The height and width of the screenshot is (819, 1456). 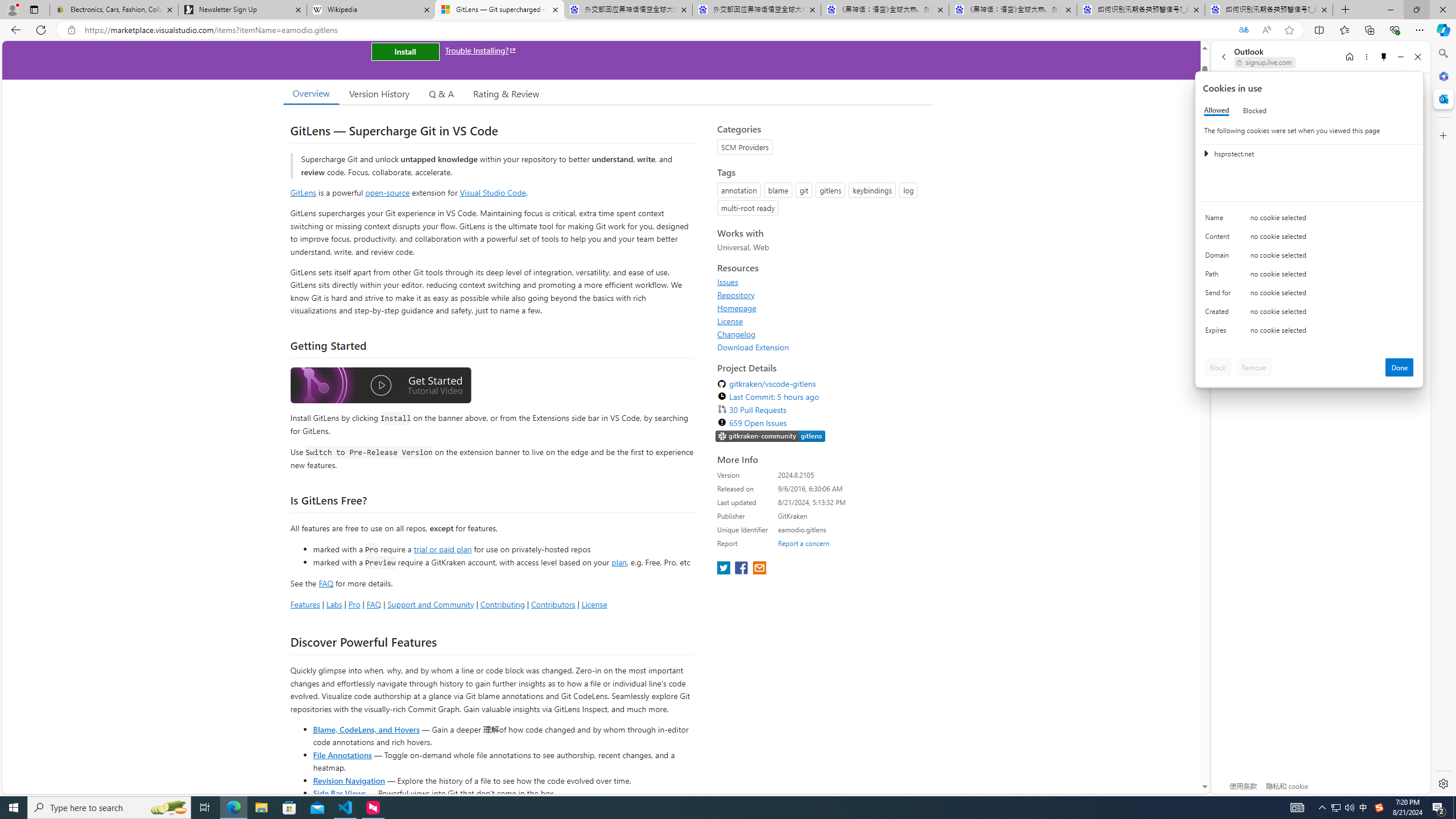 I want to click on 'Created', so click(x=1219, y=313).